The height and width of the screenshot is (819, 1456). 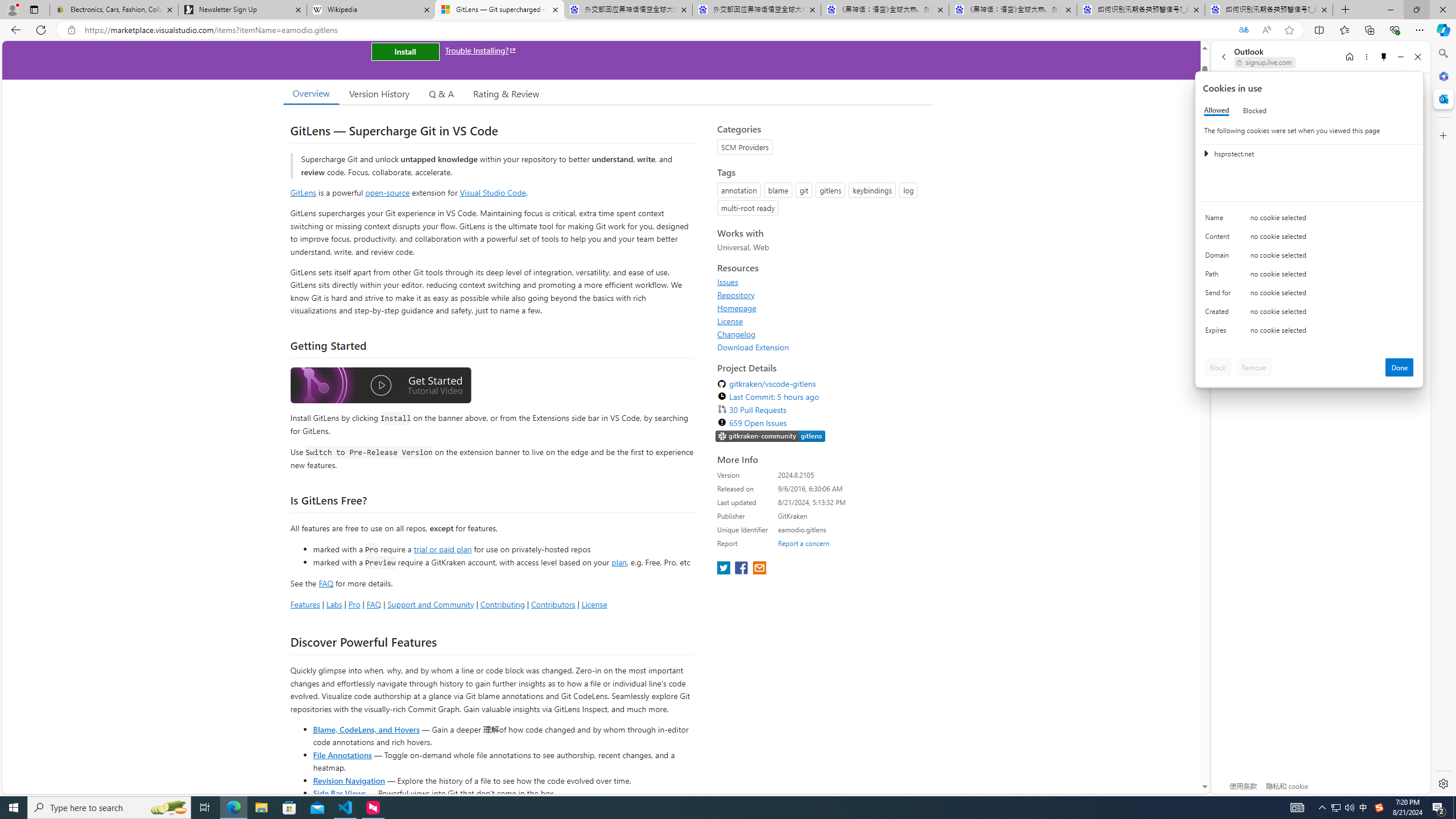 I want to click on 'Created', so click(x=1219, y=313).